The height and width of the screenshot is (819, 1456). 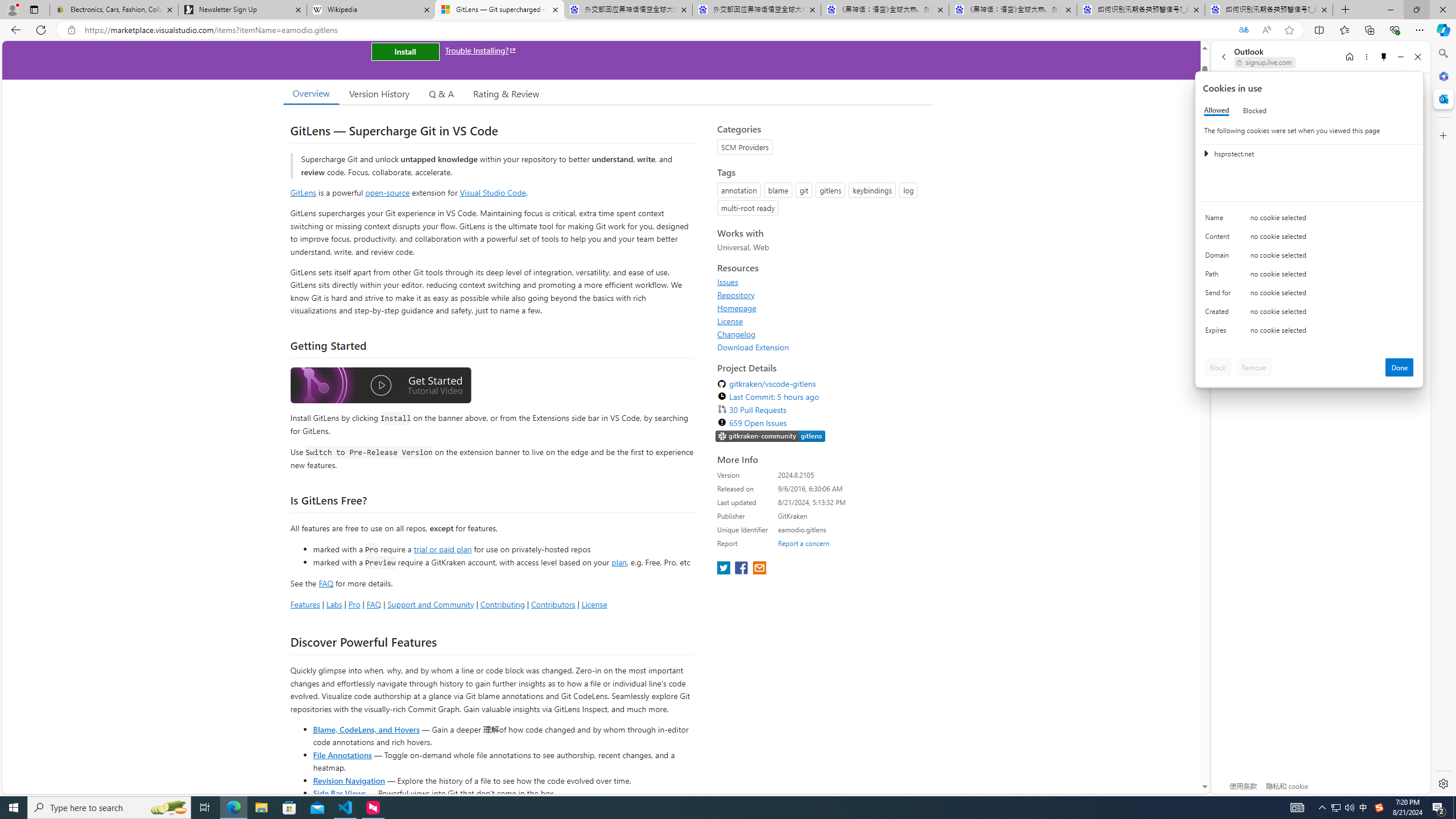 I want to click on 'Created', so click(x=1219, y=313).